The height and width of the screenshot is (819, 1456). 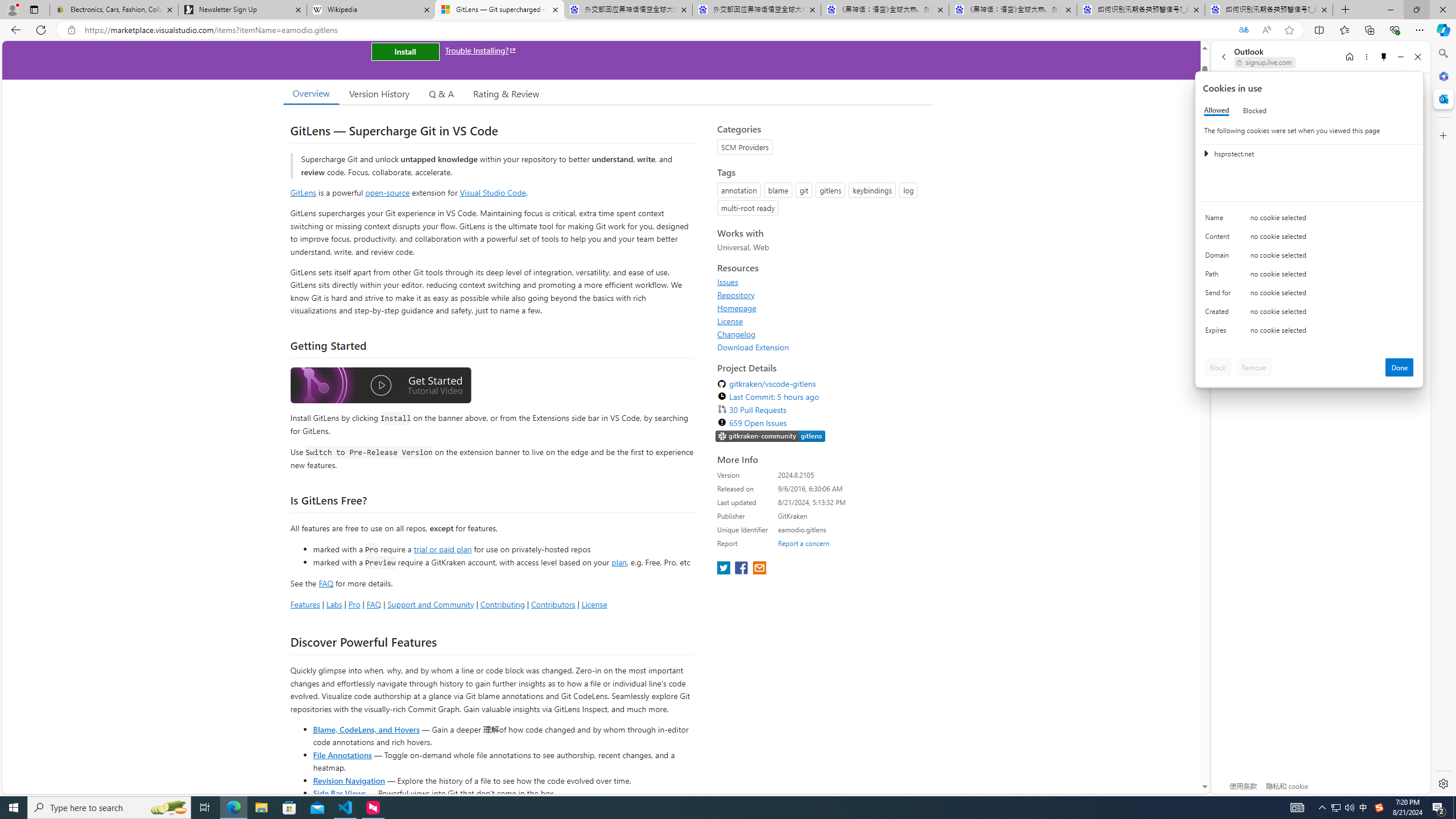 I want to click on 'Created', so click(x=1219, y=313).